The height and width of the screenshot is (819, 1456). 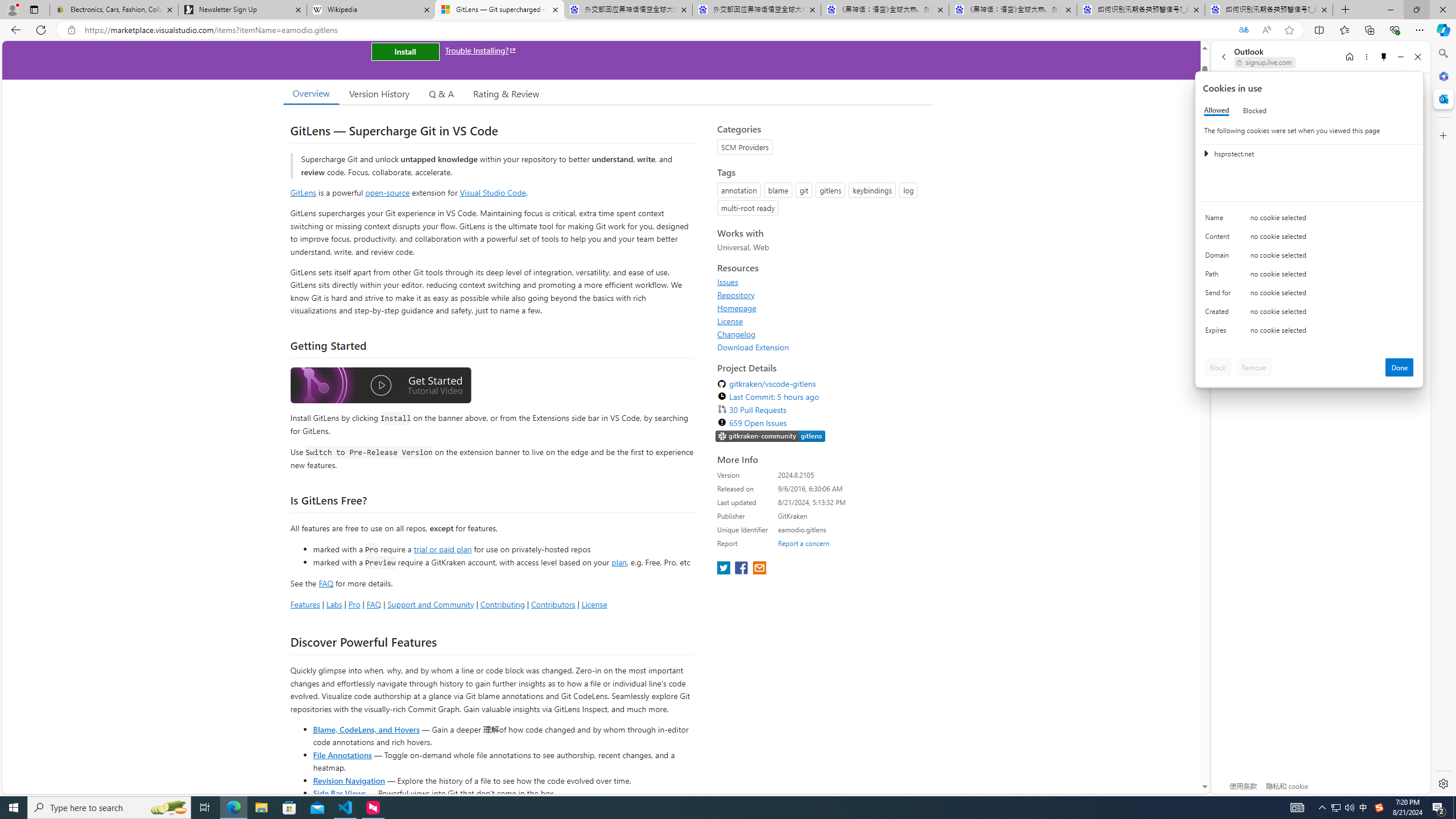 I want to click on 'Created', so click(x=1219, y=313).